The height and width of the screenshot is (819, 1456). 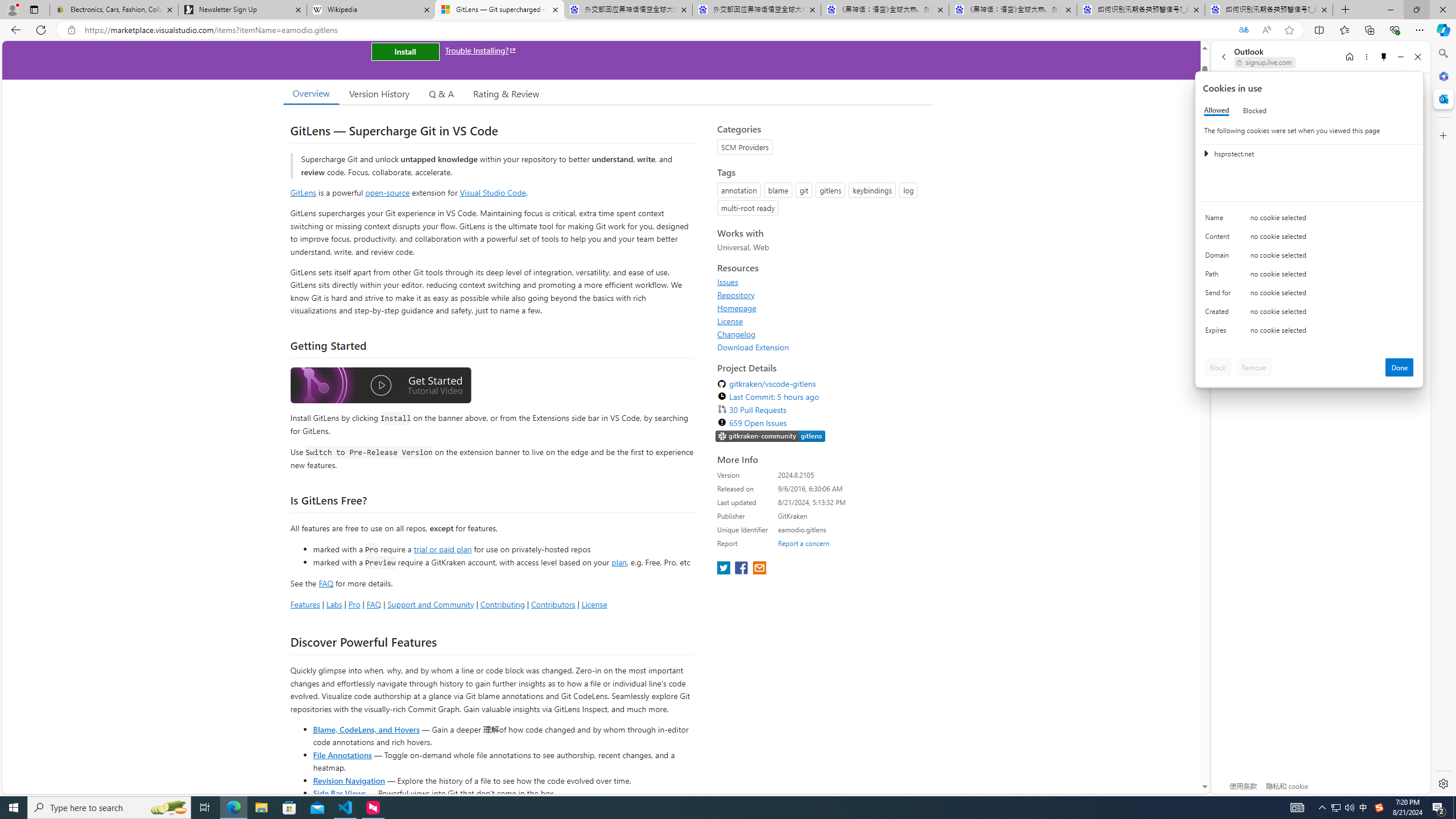 I want to click on 'Created', so click(x=1219, y=313).